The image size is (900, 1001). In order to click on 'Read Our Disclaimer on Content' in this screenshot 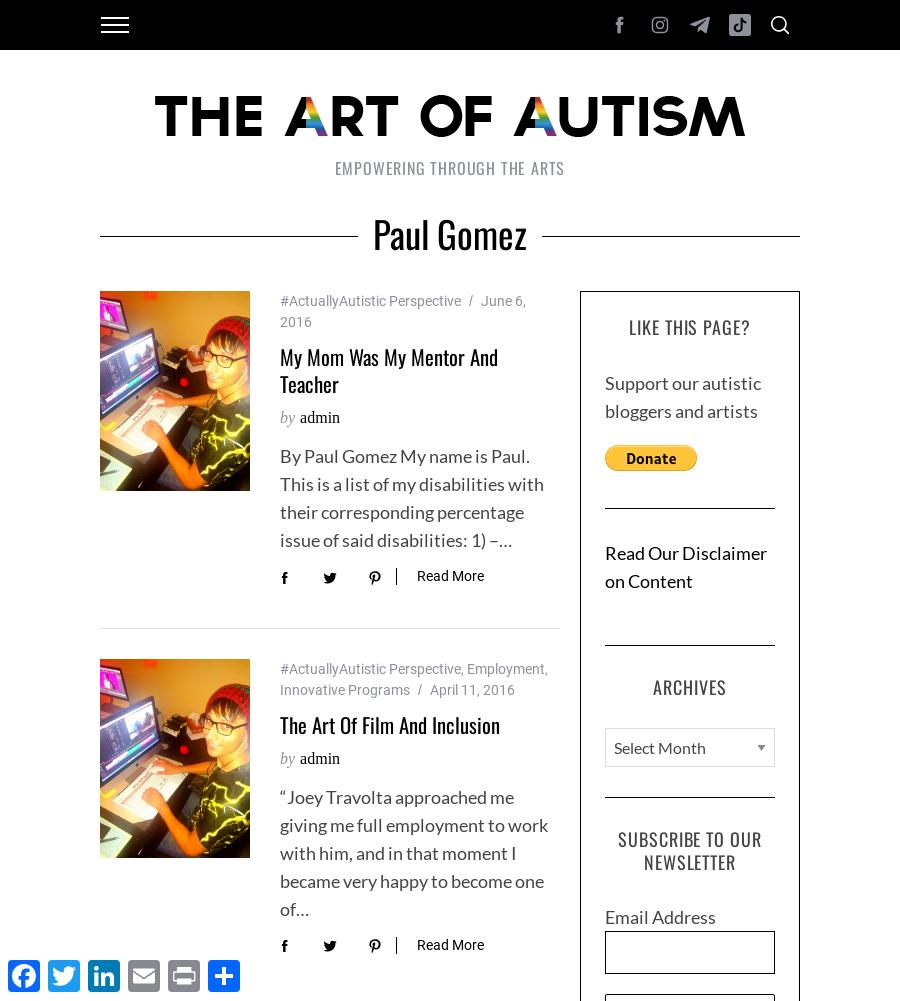, I will do `click(604, 564)`.